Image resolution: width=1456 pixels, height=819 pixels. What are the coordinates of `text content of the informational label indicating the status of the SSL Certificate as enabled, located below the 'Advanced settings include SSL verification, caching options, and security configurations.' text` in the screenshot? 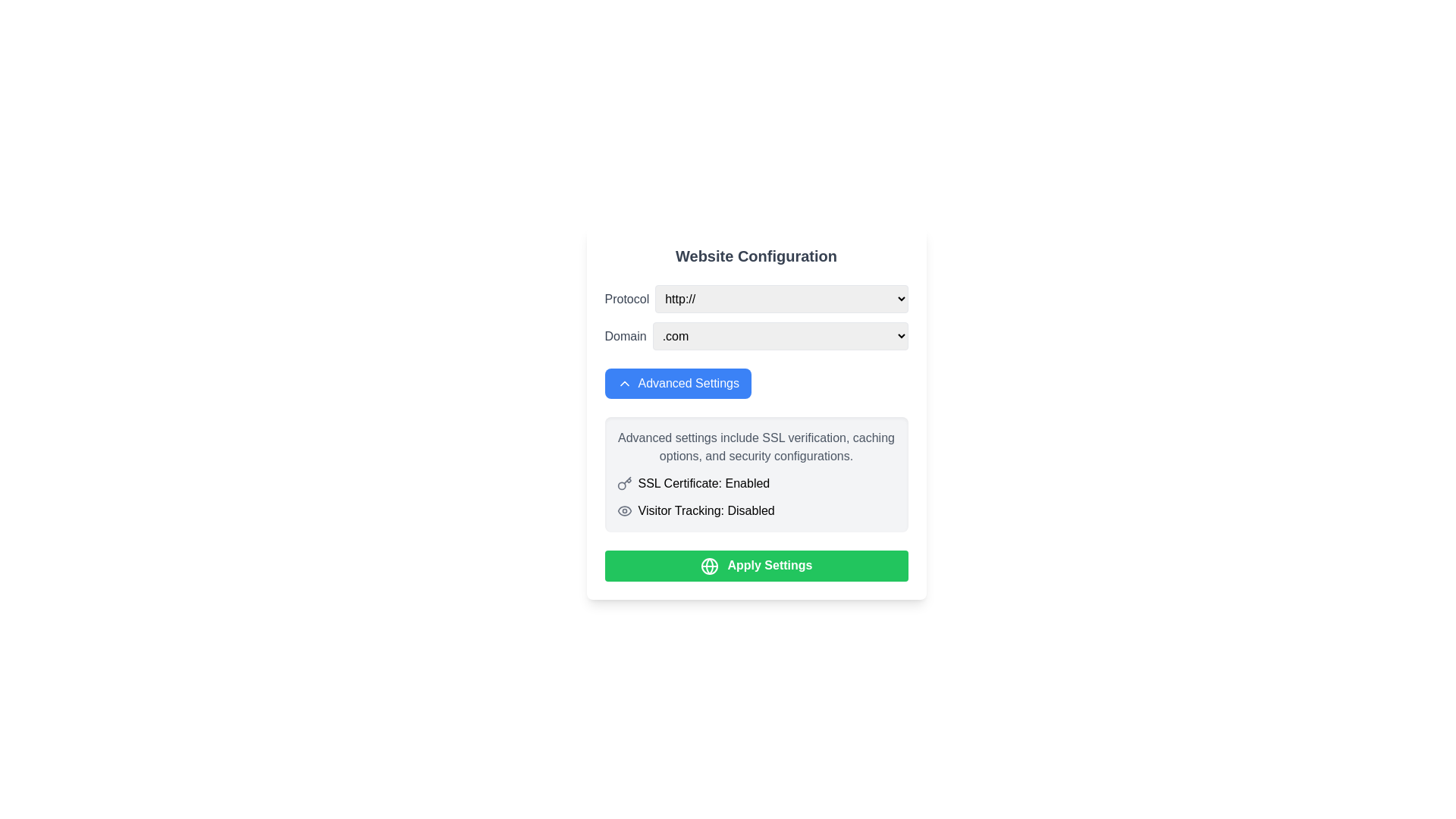 It's located at (703, 483).